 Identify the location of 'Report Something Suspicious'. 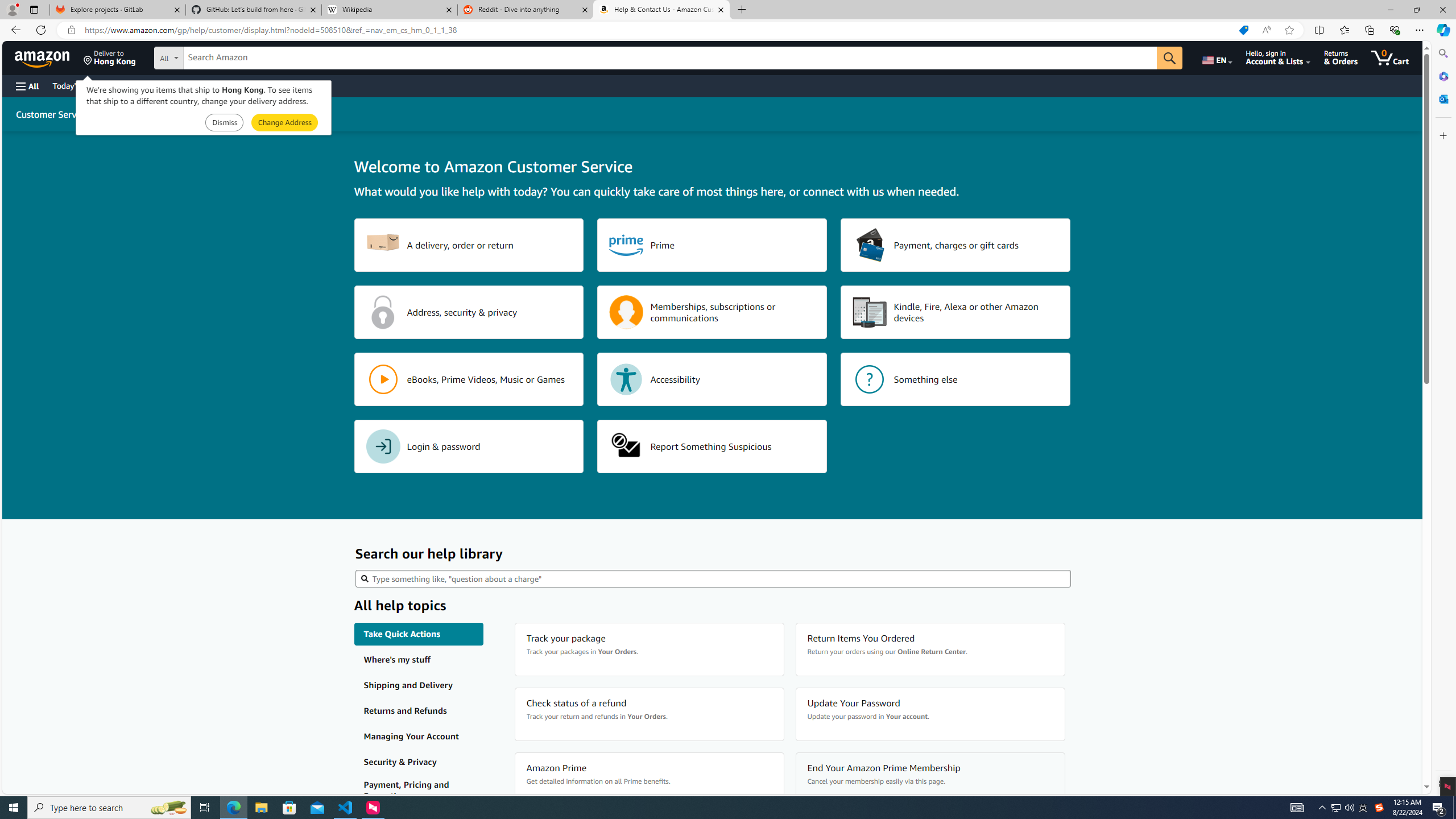
(712, 446).